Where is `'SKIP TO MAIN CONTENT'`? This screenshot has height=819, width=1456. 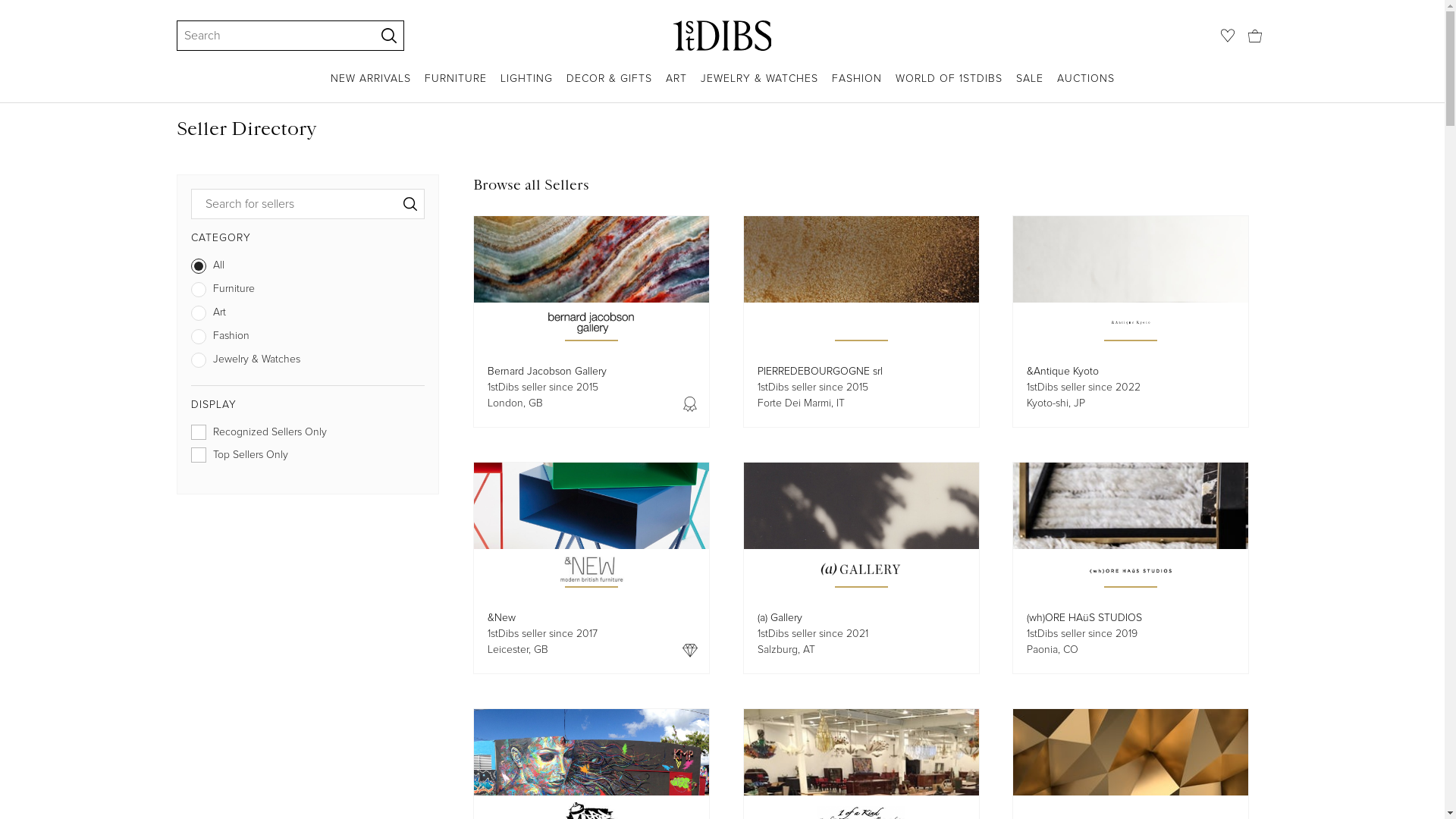 'SKIP TO MAIN CONTENT' is located at coordinates (6, 6).